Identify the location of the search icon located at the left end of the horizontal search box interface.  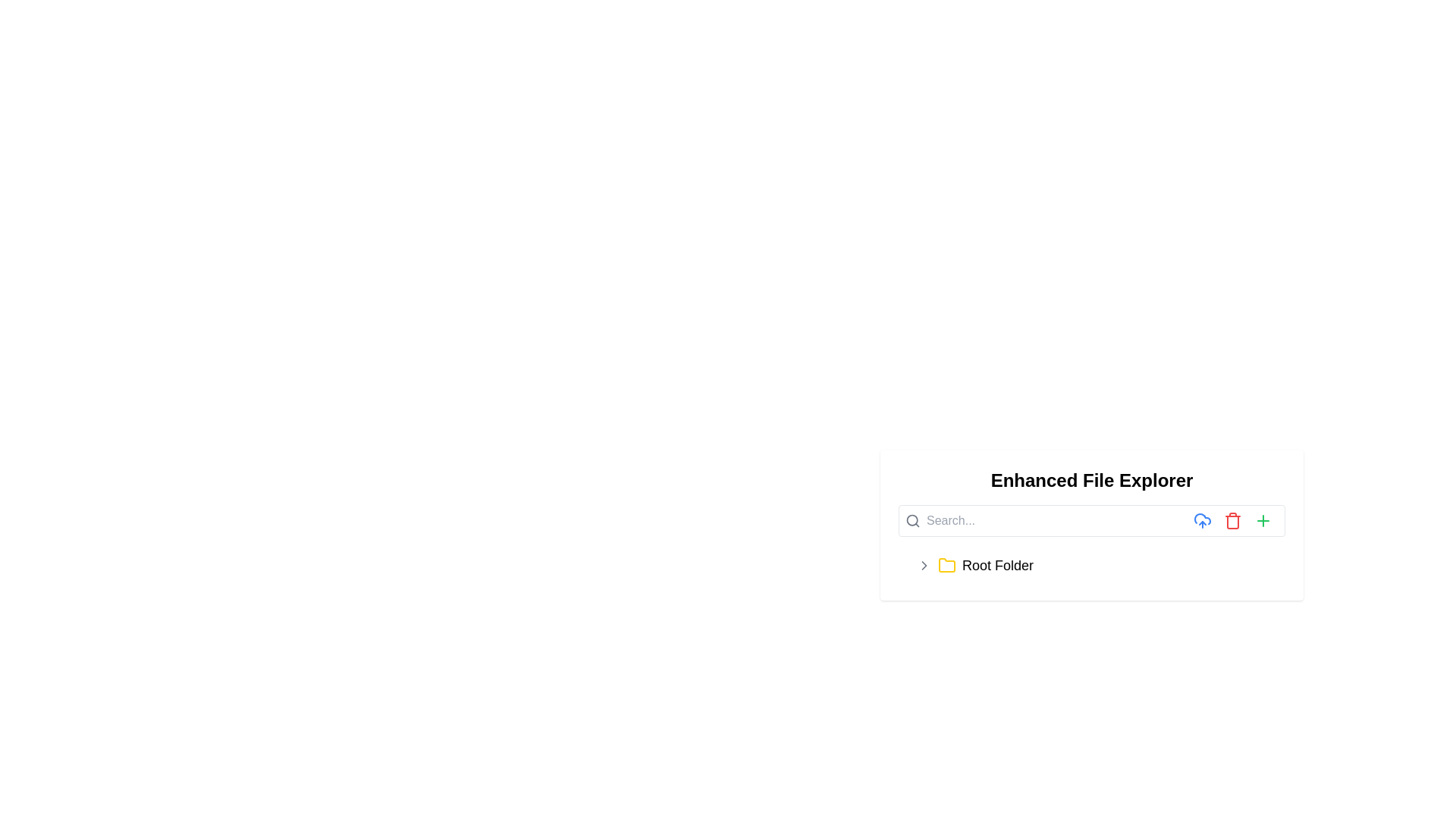
(912, 519).